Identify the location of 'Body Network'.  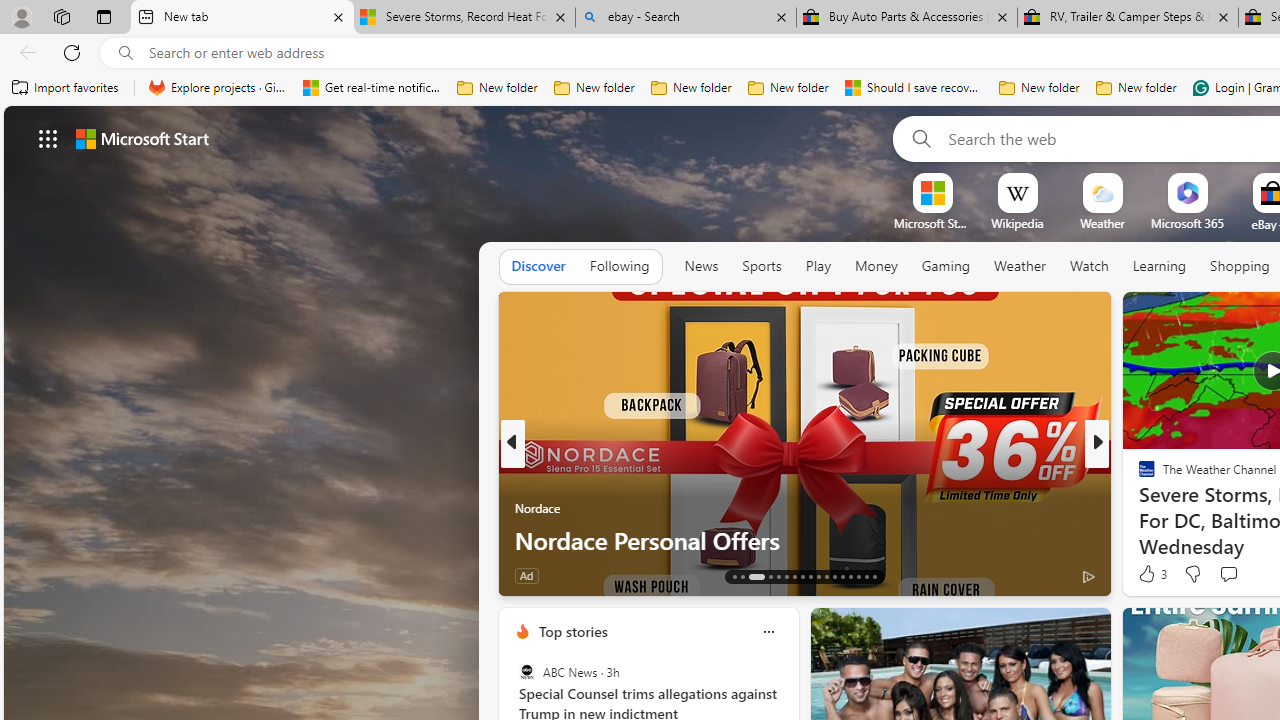
(1138, 475).